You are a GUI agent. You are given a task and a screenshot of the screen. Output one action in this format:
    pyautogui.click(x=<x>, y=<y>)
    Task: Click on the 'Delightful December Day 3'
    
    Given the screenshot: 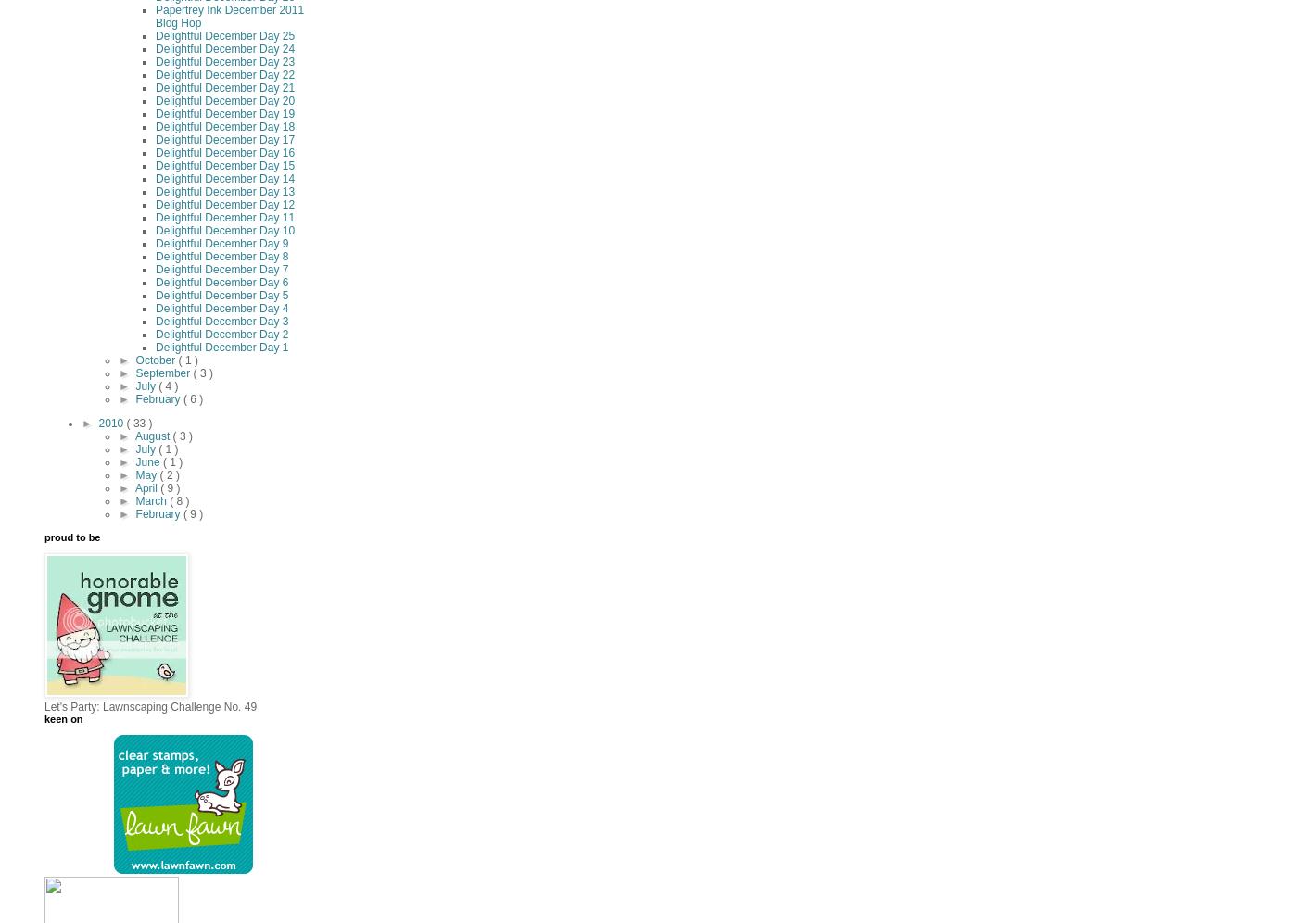 What is the action you would take?
    pyautogui.click(x=221, y=322)
    